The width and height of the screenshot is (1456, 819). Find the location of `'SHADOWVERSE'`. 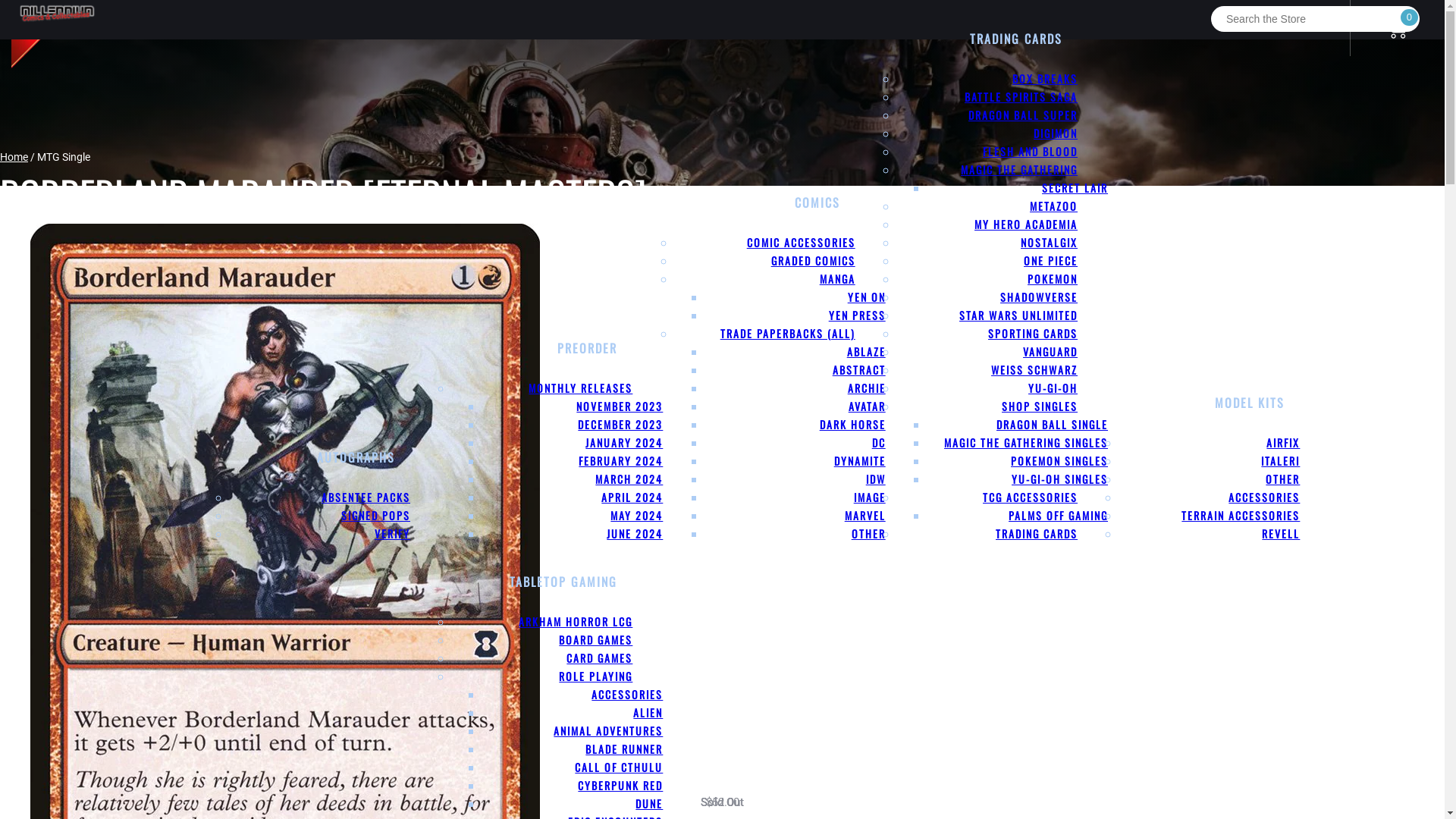

'SHADOWVERSE' is located at coordinates (1037, 297).